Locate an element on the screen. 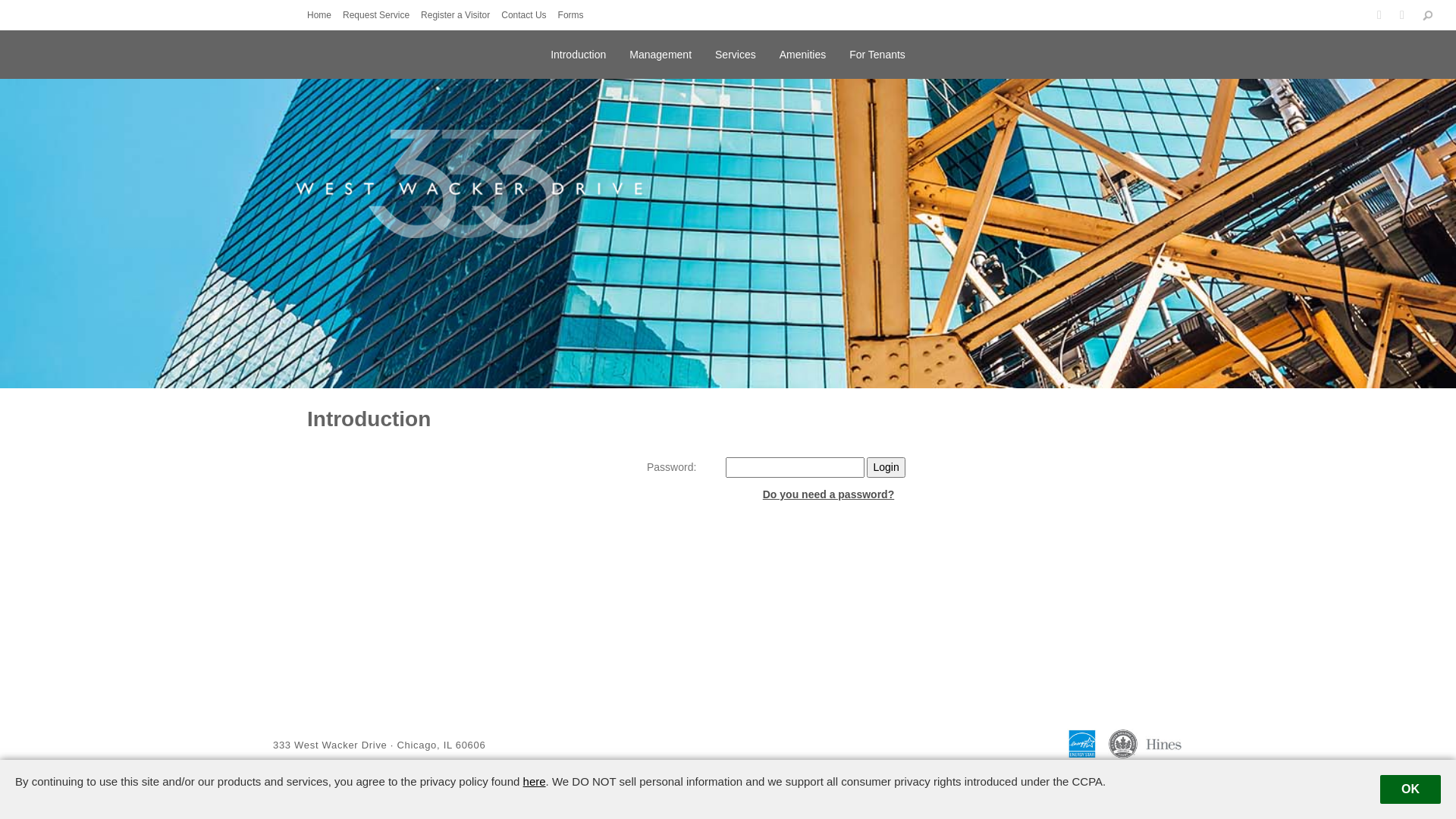  'Suggestion Box' is located at coordinates (1220, 777).